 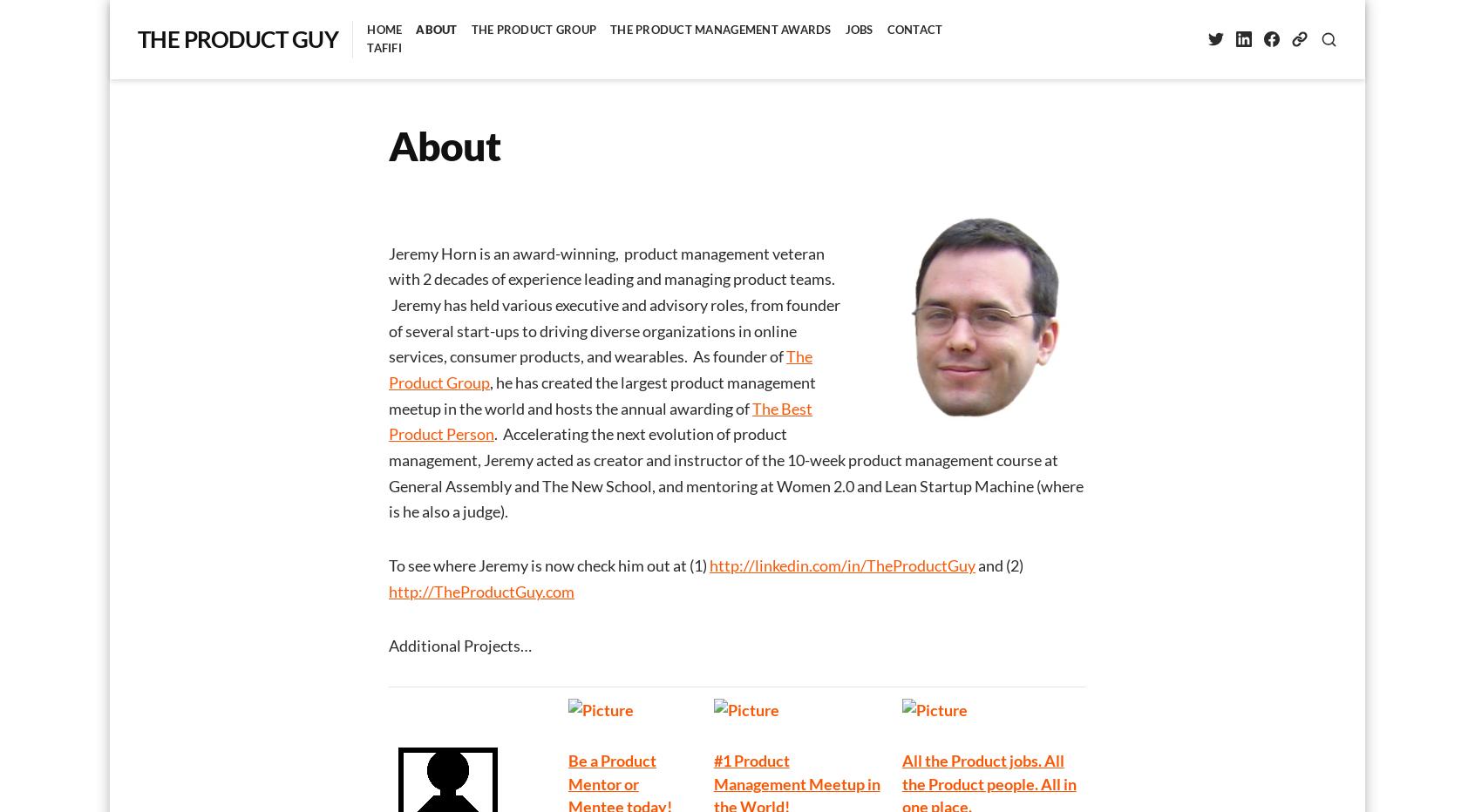 What do you see at coordinates (736, 472) in the screenshot?
I see `'.  Accelerating the next evolution of product management, Jeremy acted as creator and instructor of the 10-week product management course at General Assembly and The New School, and mentoring at Women 2.0 and Lean Startup Machine (where is he also a judge).'` at bounding box center [736, 472].